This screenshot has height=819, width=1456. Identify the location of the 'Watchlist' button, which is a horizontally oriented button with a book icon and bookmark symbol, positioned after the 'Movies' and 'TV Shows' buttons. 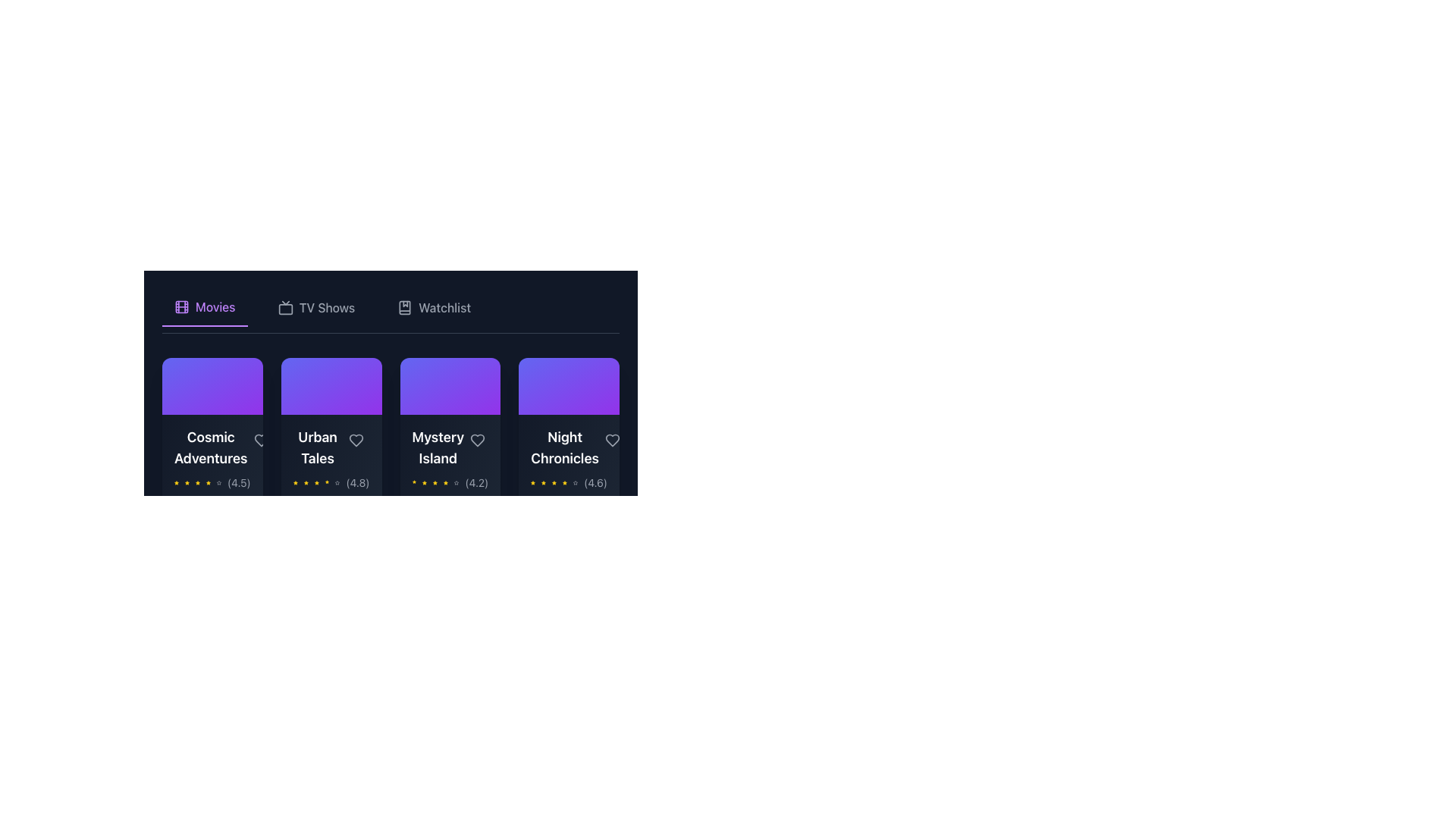
(433, 307).